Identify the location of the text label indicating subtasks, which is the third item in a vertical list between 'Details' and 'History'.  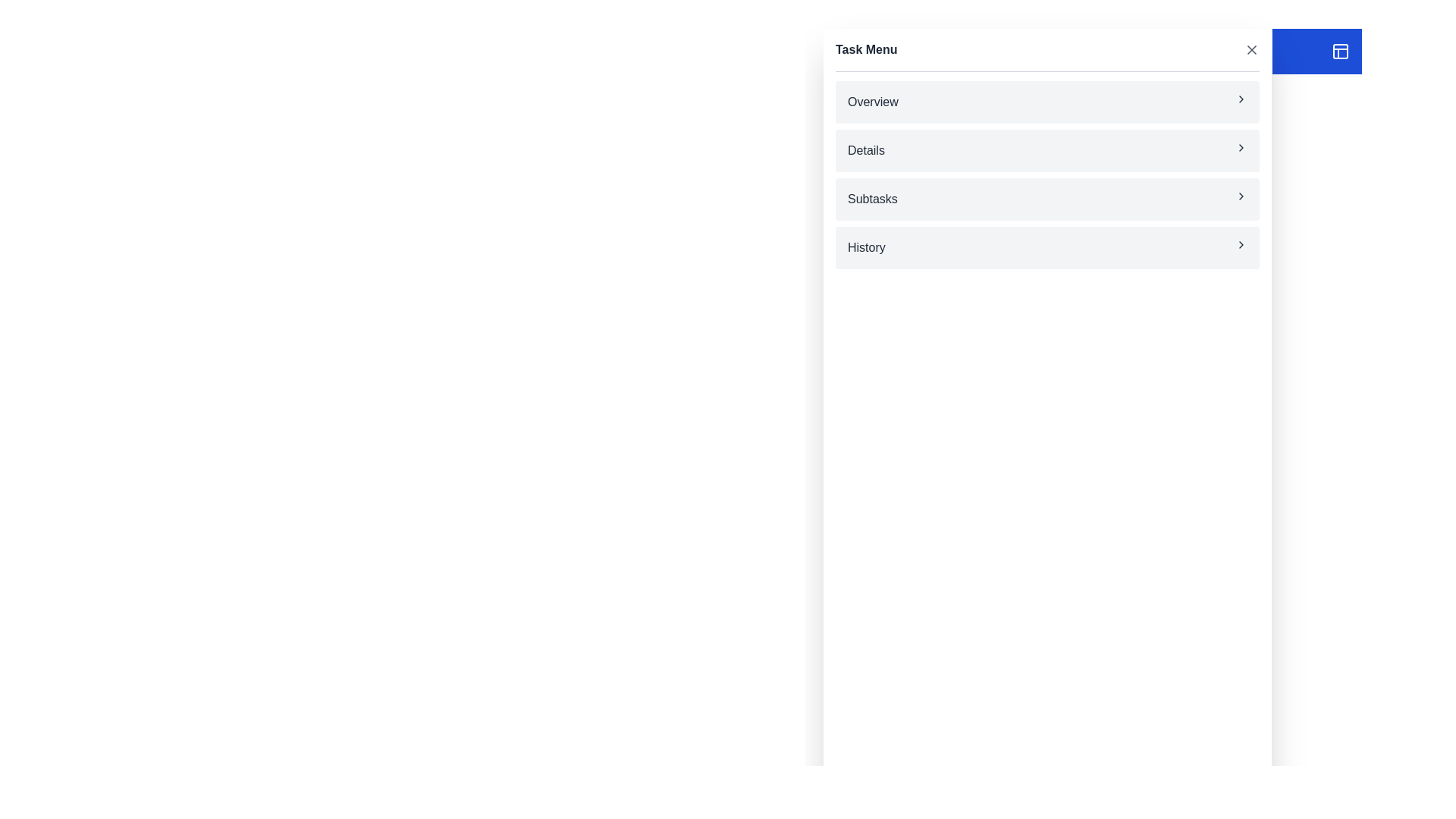
(872, 198).